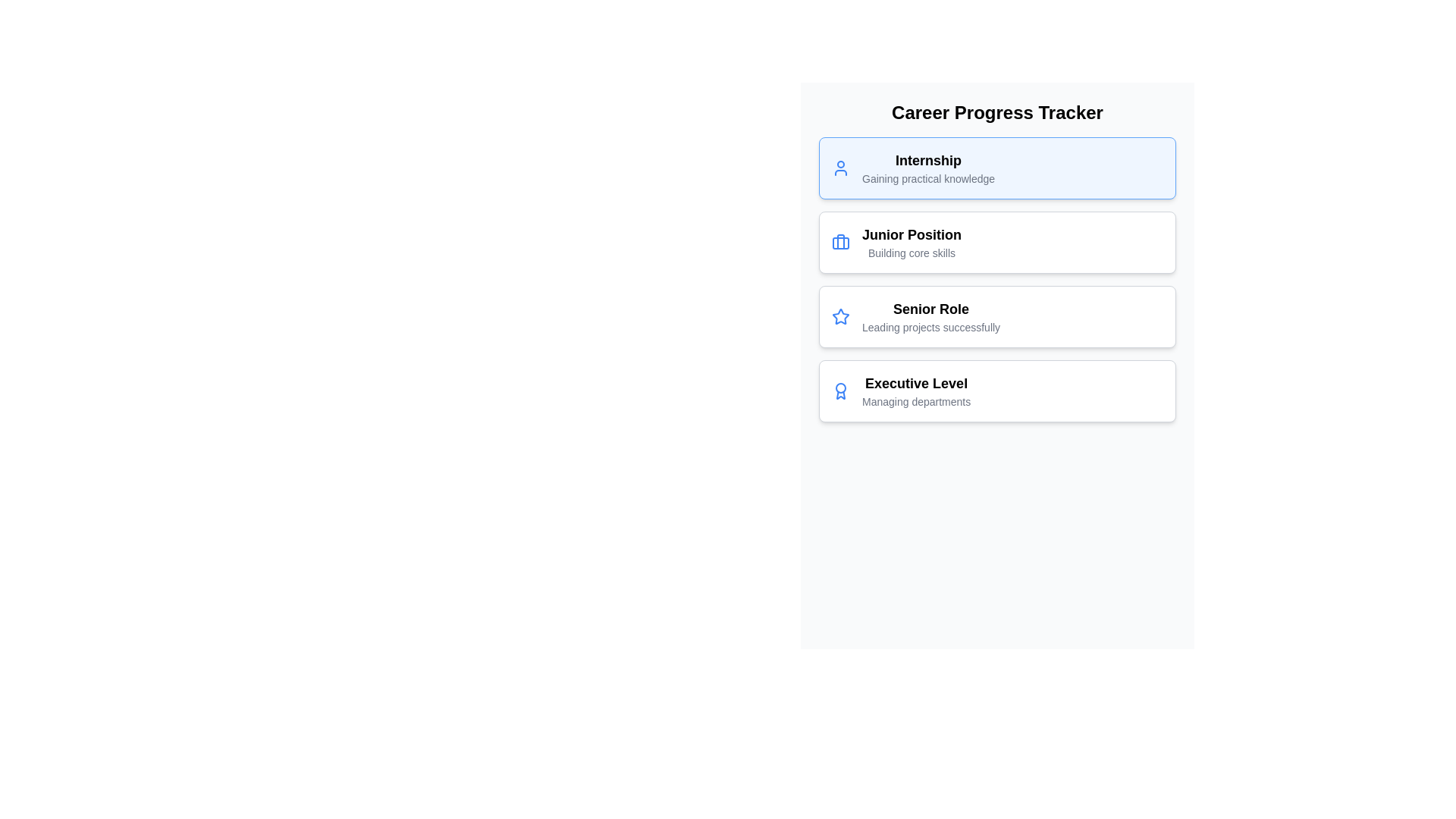 The image size is (1456, 819). I want to click on the star icon to emphasize the 'Senior Role' entry, so click(839, 315).